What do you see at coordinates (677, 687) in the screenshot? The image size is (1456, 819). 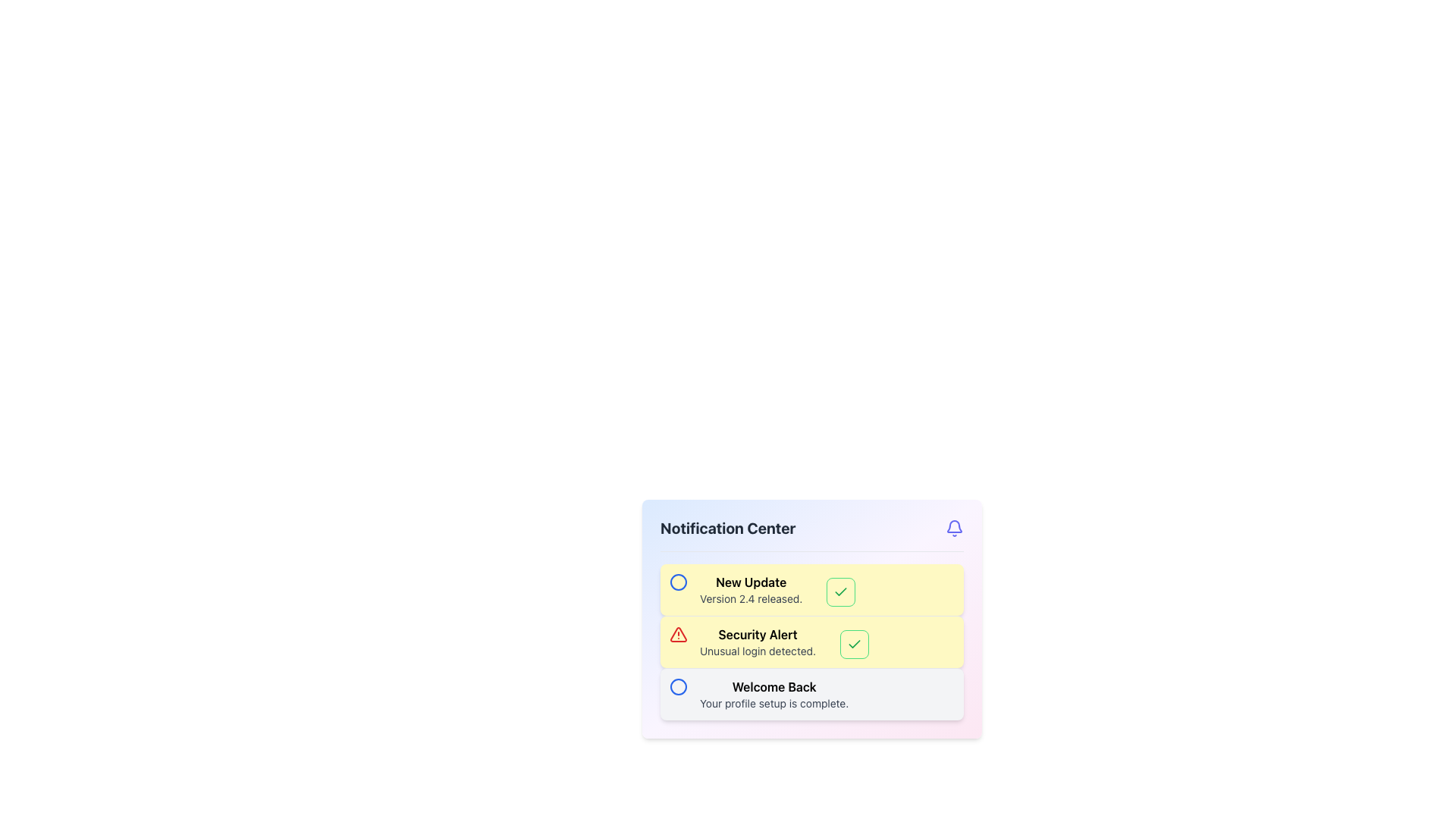 I see `the decorative icon representing the 'Welcome Back' section, which is aligned vertically with the 'Welcome Back' text` at bounding box center [677, 687].